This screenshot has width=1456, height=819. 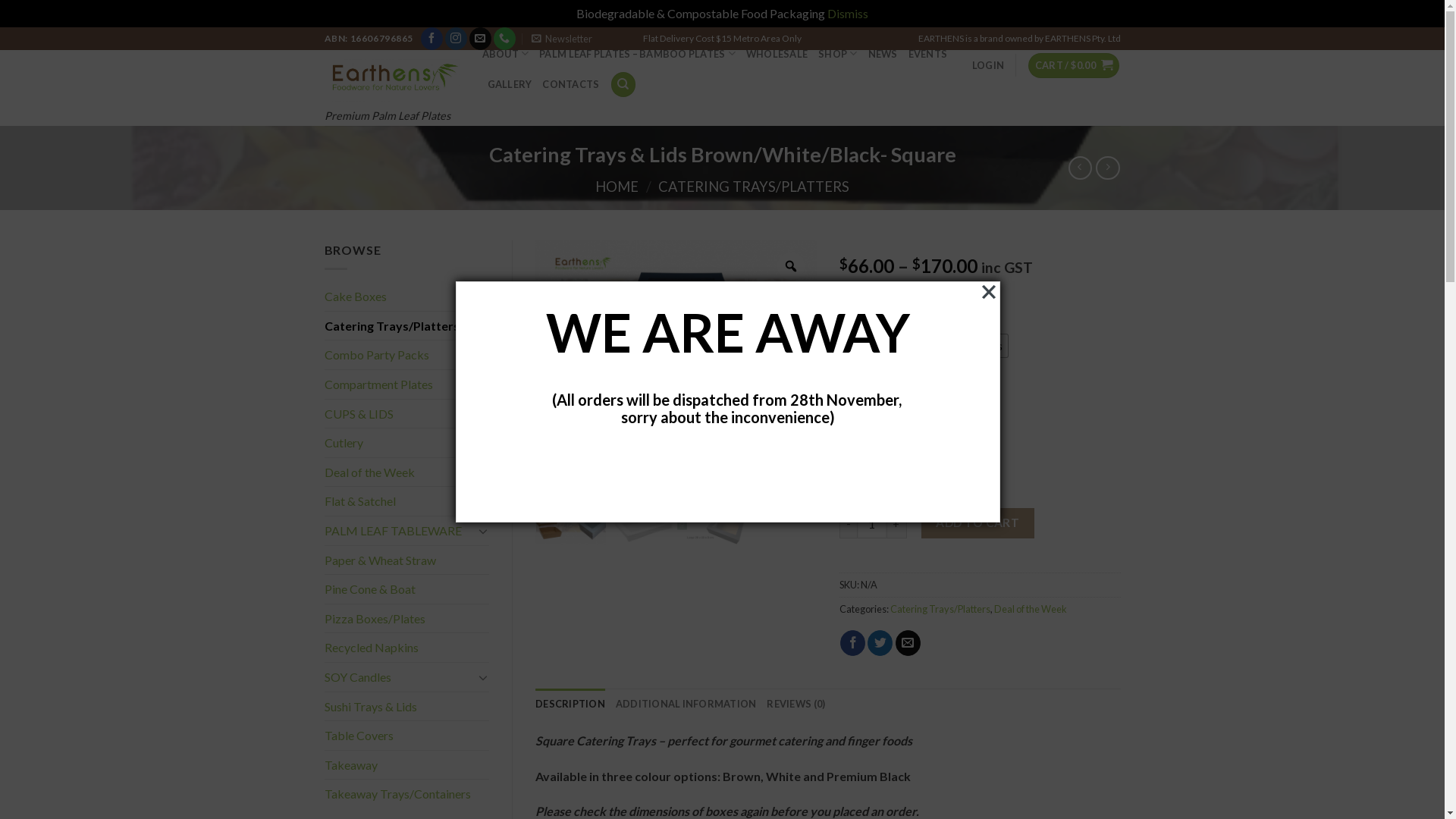 I want to click on 'ABOUT', so click(x=506, y=52).